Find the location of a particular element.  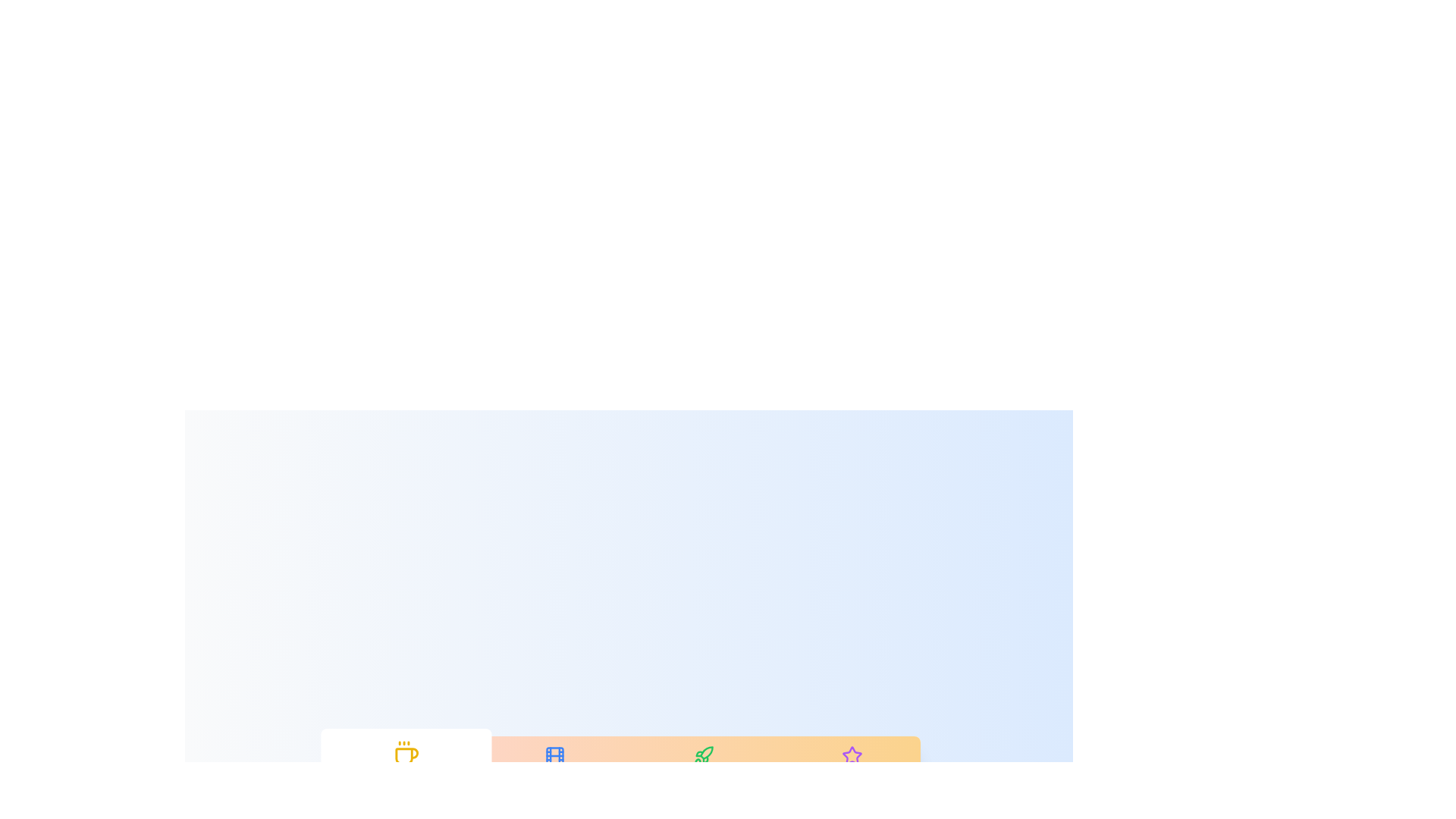

the tab labeled Relax to observe hover effects is located at coordinates (406, 766).